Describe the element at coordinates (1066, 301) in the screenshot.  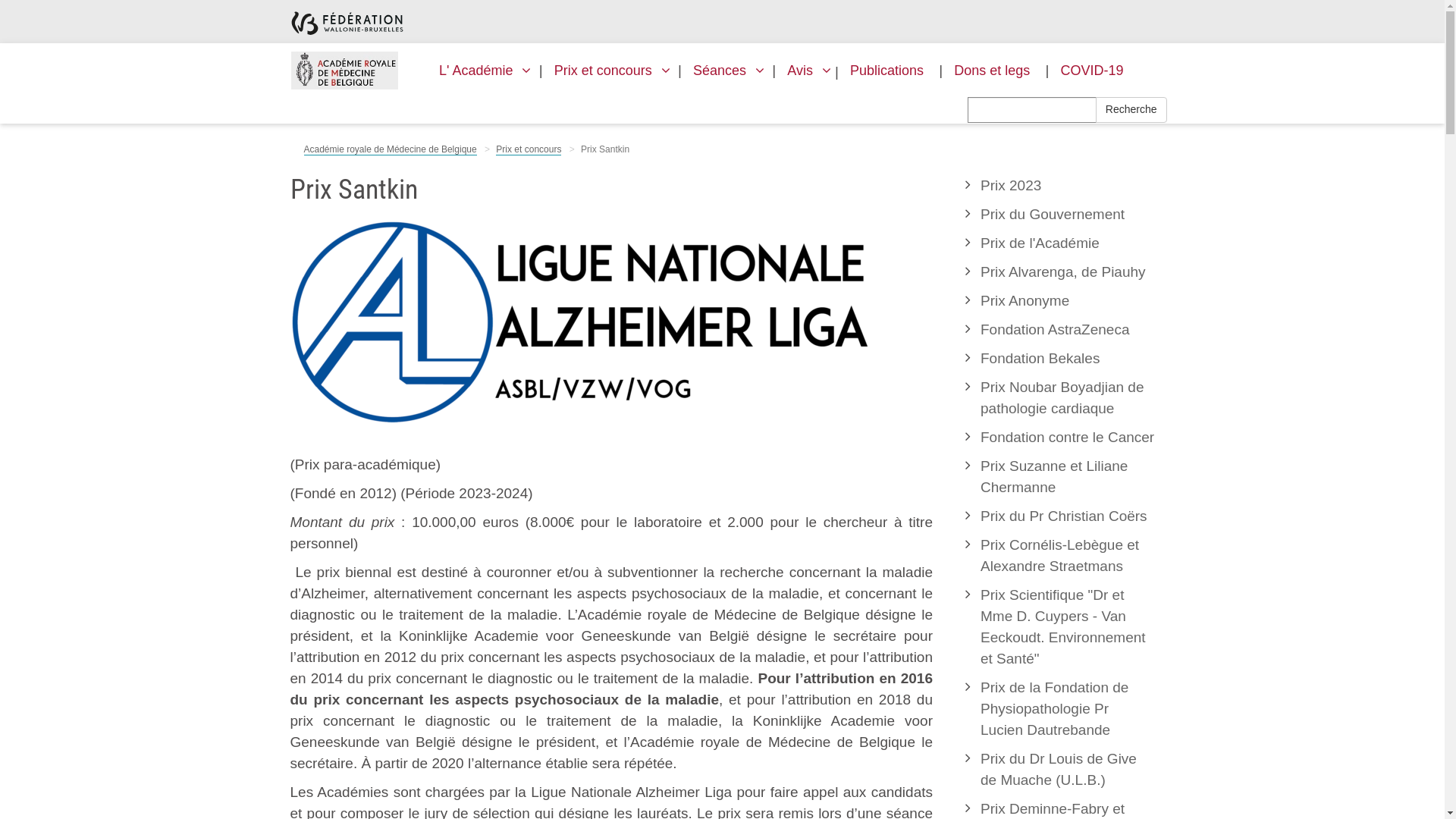
I see `'Prix Anonyme'` at that location.